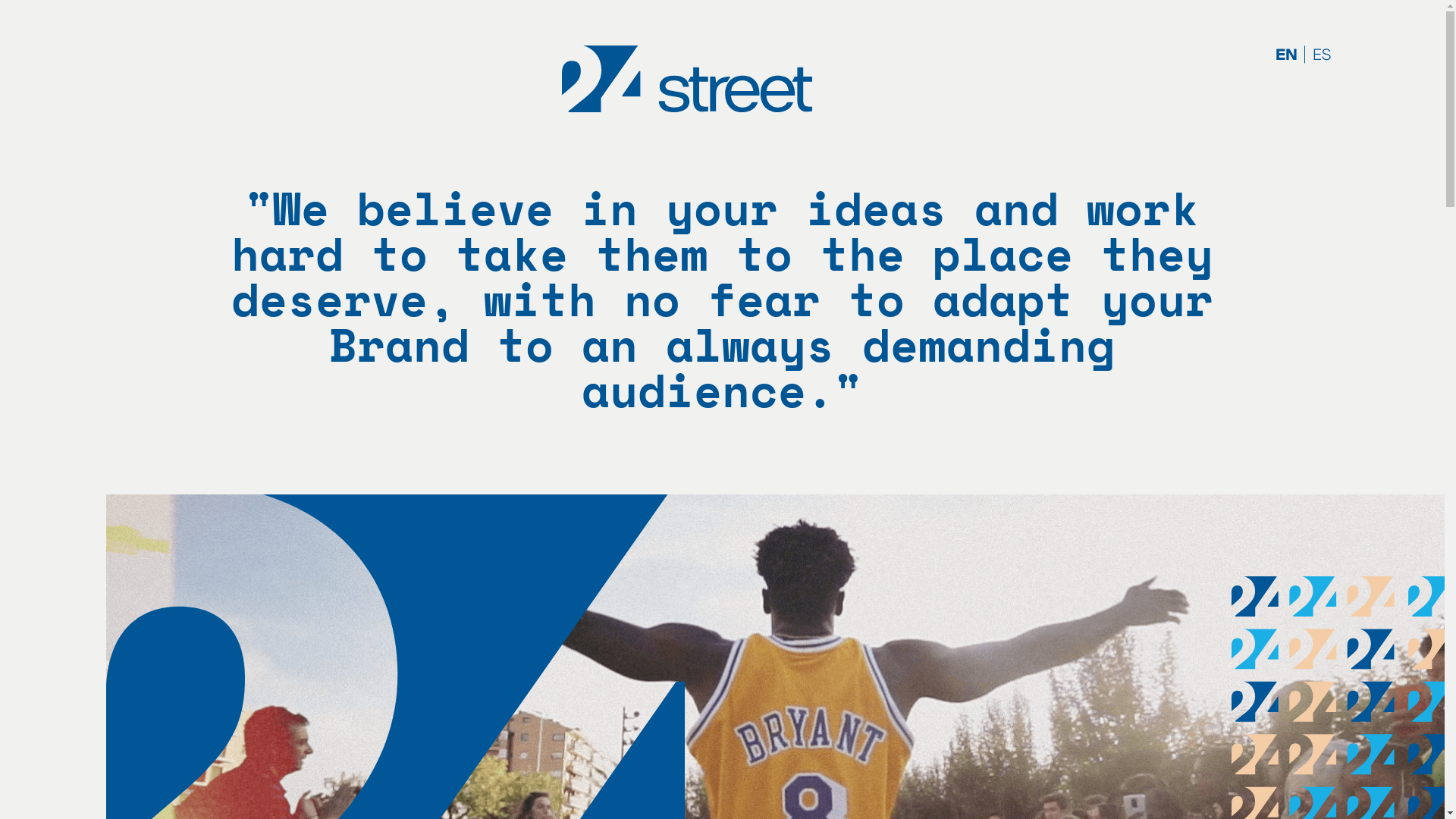  Describe the element at coordinates (1304, 54) in the screenshot. I see `'ES'` at that location.